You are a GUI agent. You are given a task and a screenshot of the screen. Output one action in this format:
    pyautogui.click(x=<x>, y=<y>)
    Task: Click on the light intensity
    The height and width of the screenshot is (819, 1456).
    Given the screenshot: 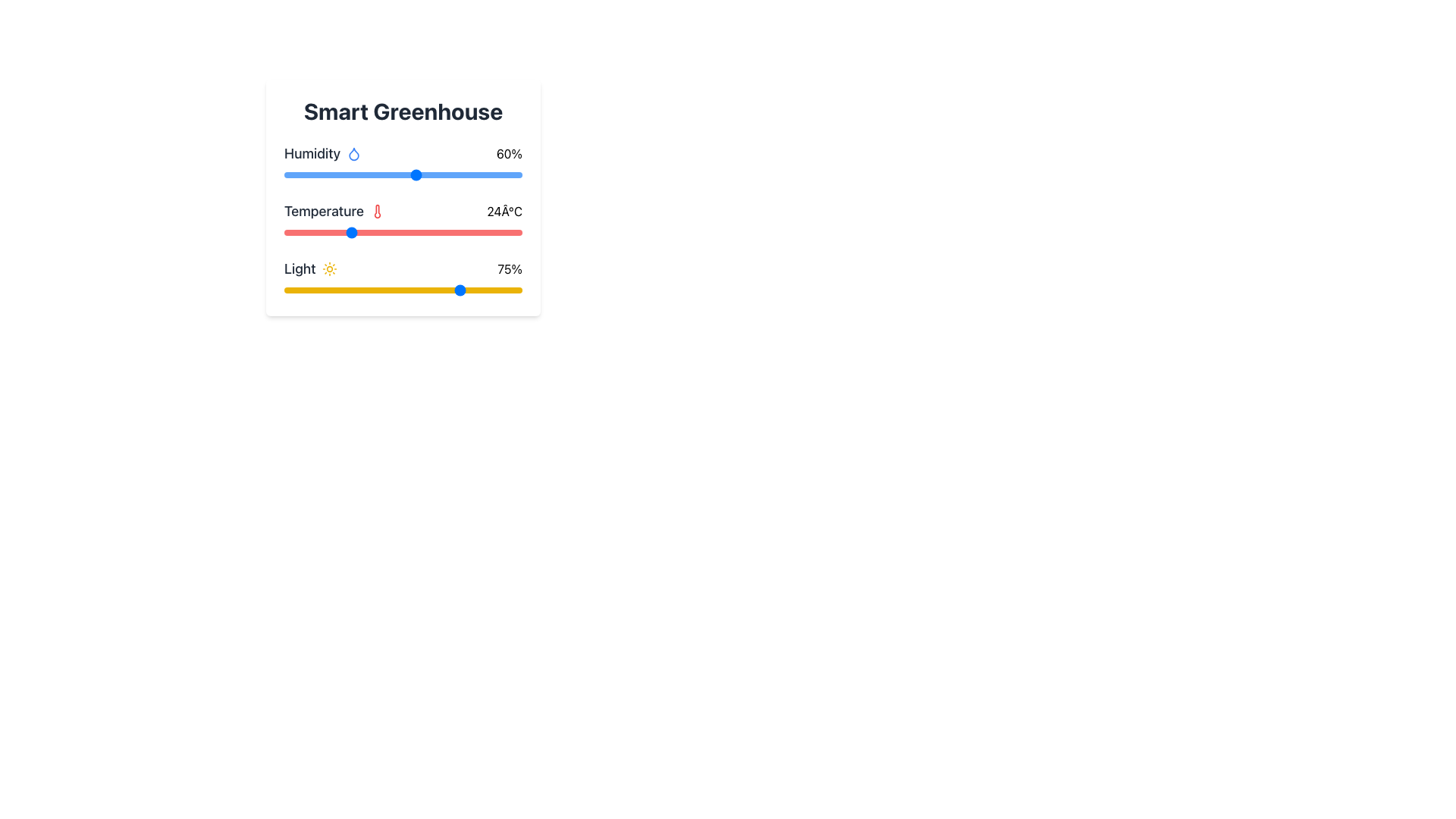 What is the action you would take?
    pyautogui.click(x=433, y=290)
    